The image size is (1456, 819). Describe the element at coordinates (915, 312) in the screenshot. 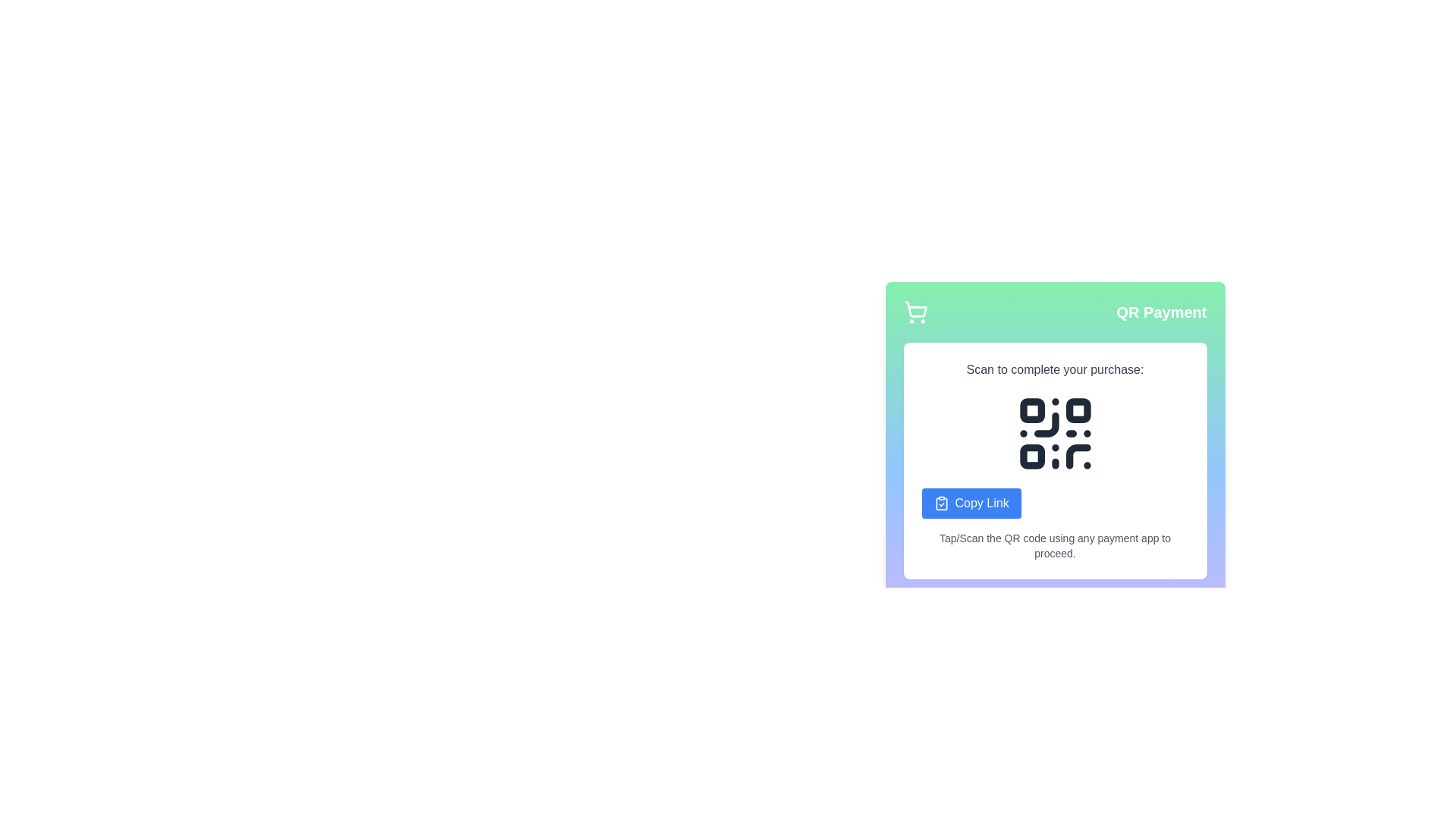

I see `the SVG icon designed as a stylized shopping cart located in the top-left corner of the header of the 'QR Payment' panel to observe its visual details` at that location.